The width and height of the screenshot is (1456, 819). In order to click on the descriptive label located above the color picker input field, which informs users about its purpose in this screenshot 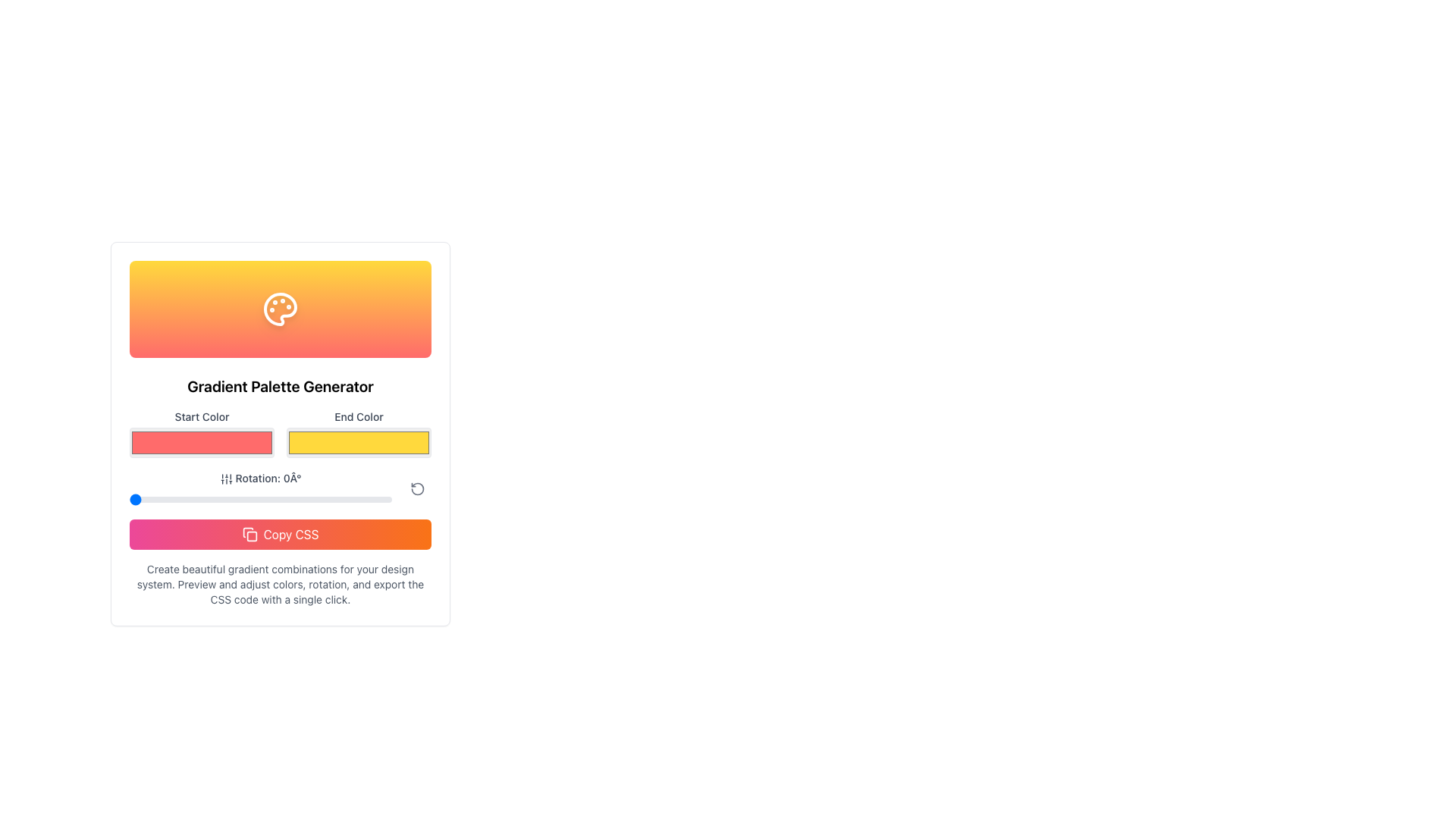, I will do `click(358, 417)`.